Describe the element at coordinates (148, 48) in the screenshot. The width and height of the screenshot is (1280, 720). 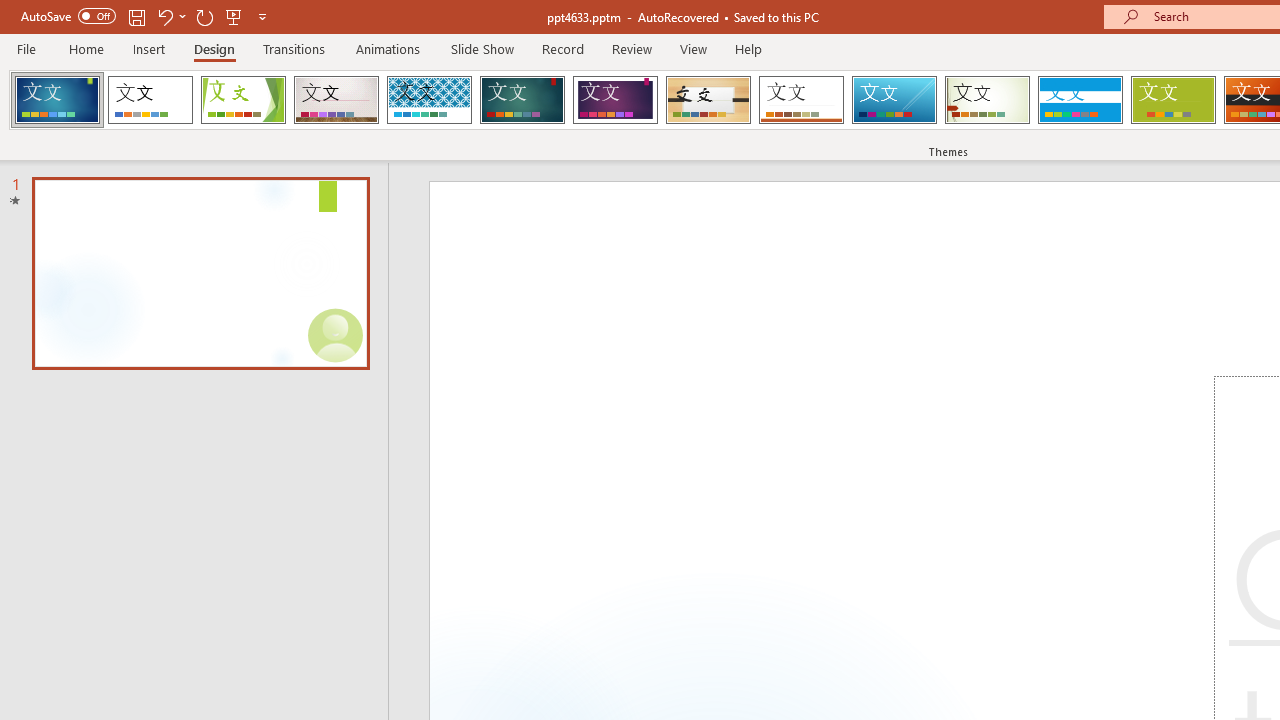
I see `'Insert'` at that location.